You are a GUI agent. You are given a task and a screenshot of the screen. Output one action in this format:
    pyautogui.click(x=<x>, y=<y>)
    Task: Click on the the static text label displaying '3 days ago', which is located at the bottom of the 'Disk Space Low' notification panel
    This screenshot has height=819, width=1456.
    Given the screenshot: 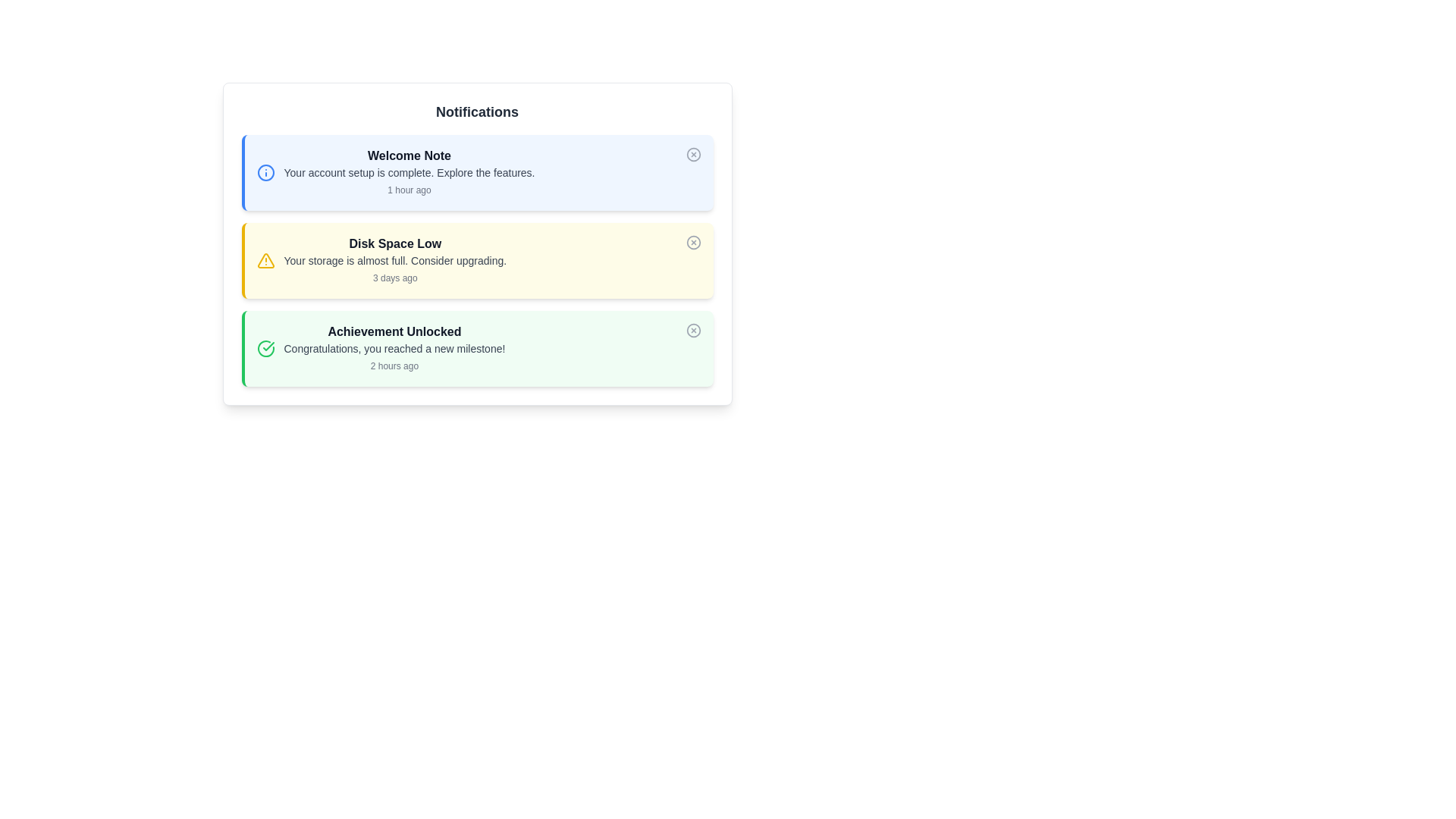 What is the action you would take?
    pyautogui.click(x=395, y=278)
    